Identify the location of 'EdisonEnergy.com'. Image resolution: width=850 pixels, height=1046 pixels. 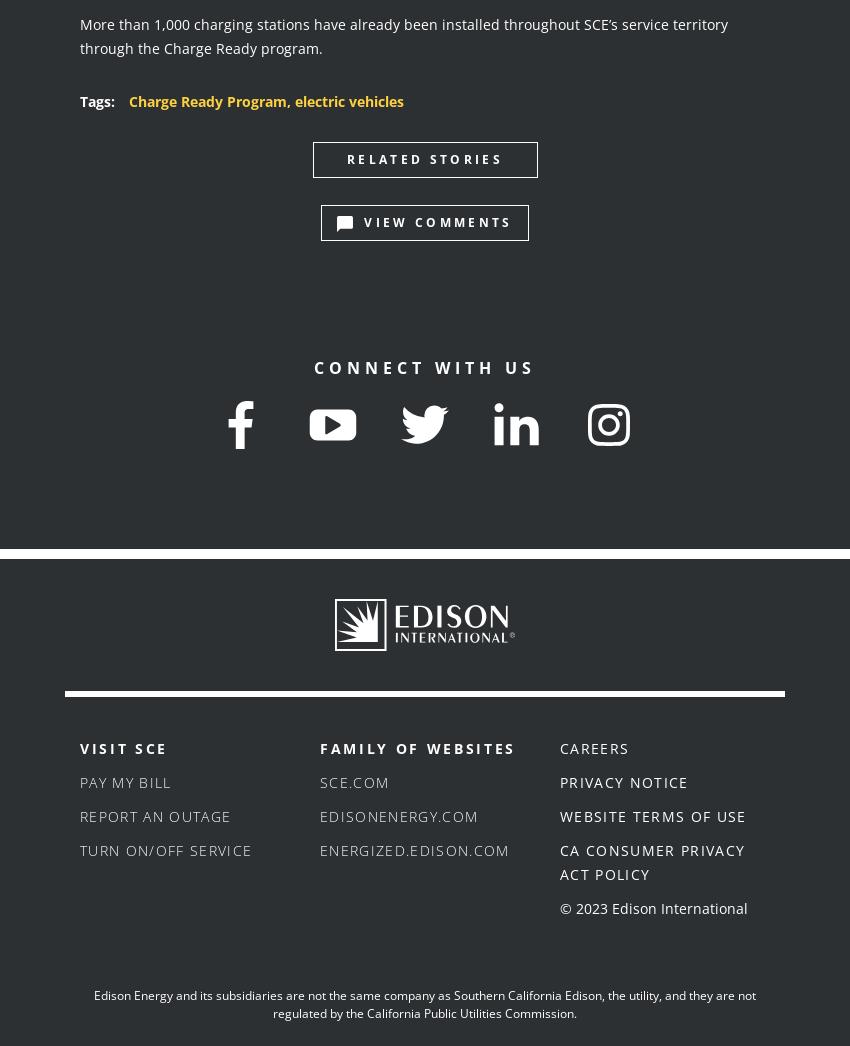
(320, 816).